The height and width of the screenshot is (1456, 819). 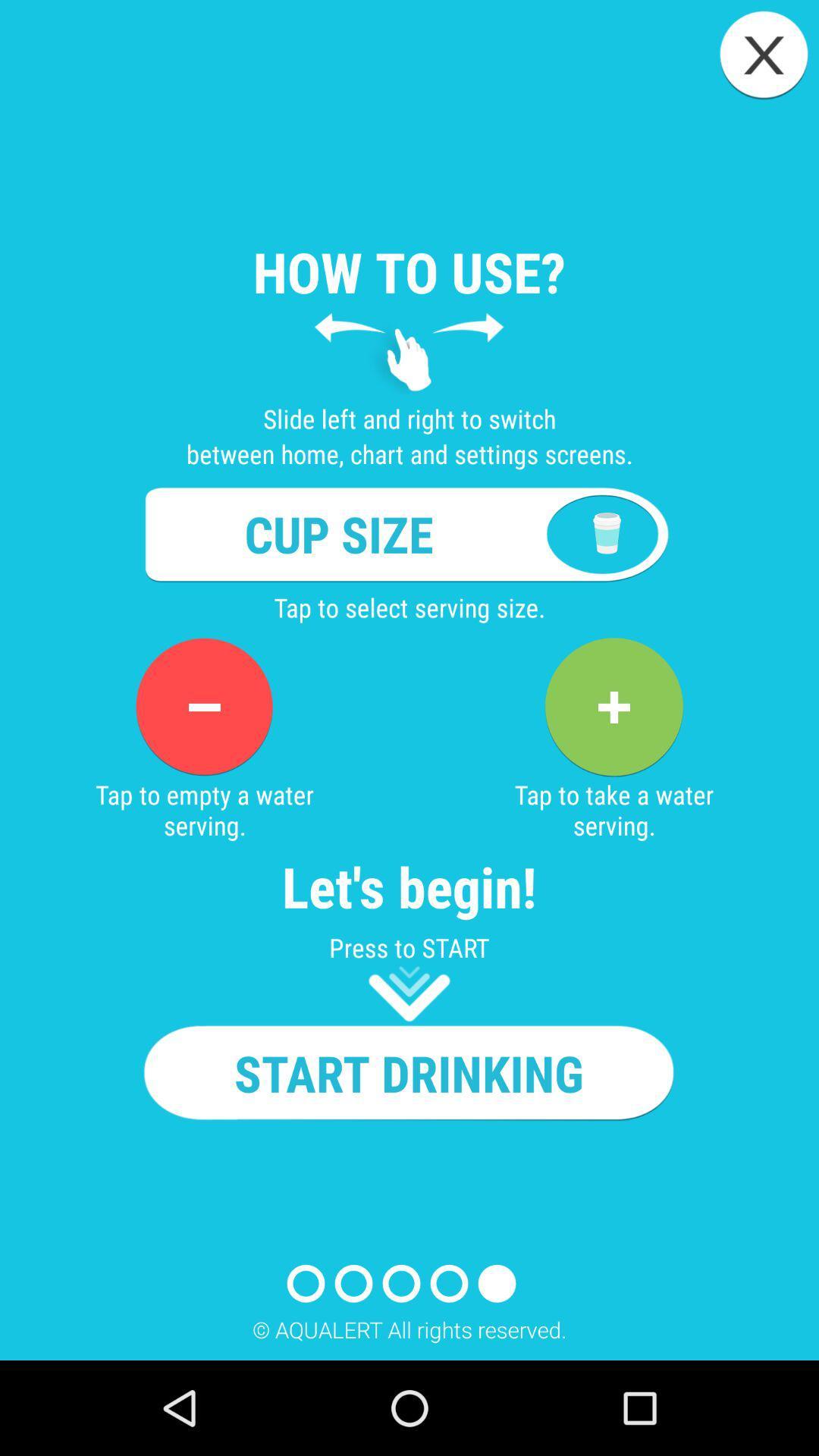 What do you see at coordinates (203, 706) in the screenshot?
I see `the app to the left of tap to take icon` at bounding box center [203, 706].